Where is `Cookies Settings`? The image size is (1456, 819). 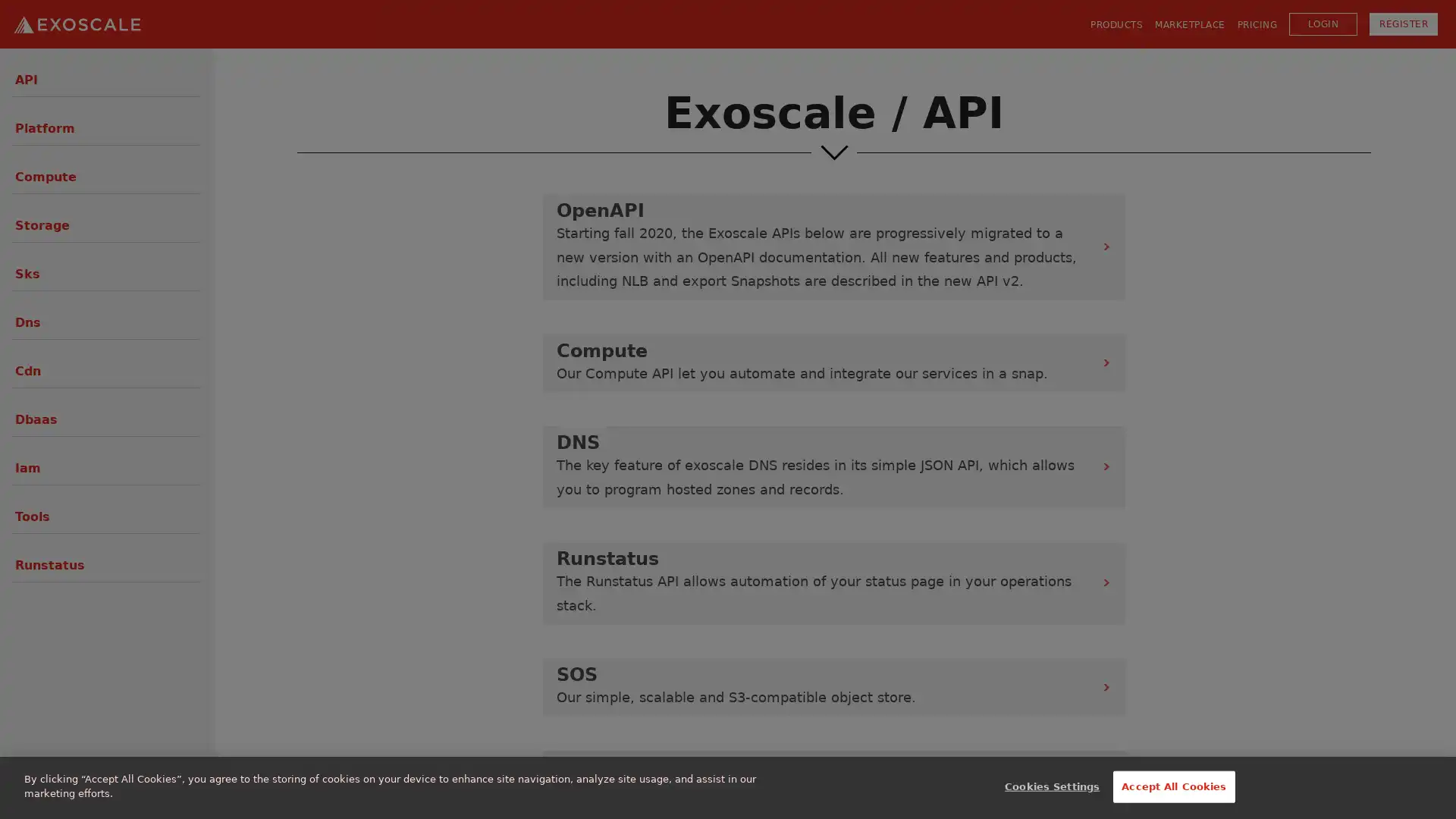
Cookies Settings is located at coordinates (1047, 786).